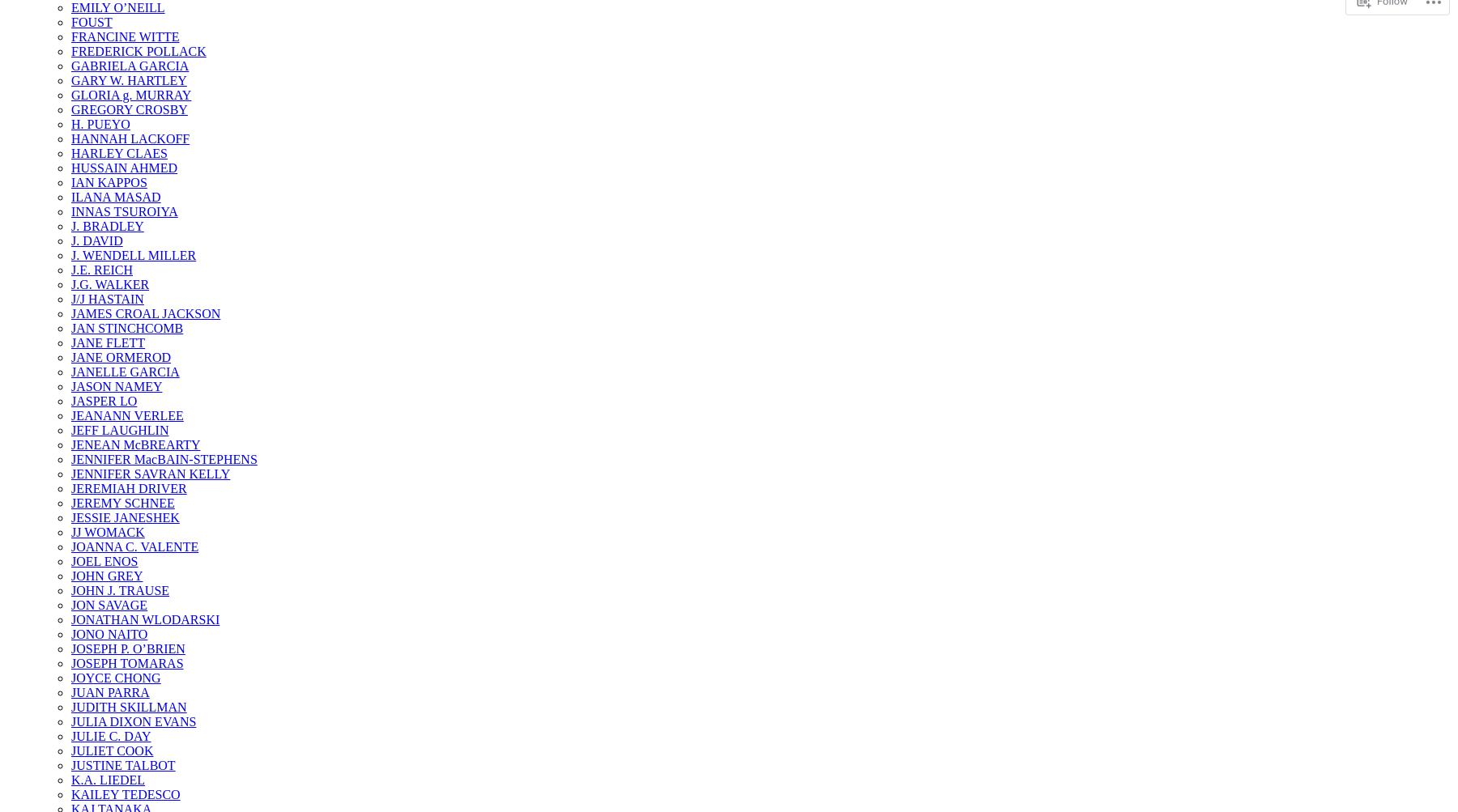  Describe the element at coordinates (109, 182) in the screenshot. I see `'IAN KAPPOS'` at that location.